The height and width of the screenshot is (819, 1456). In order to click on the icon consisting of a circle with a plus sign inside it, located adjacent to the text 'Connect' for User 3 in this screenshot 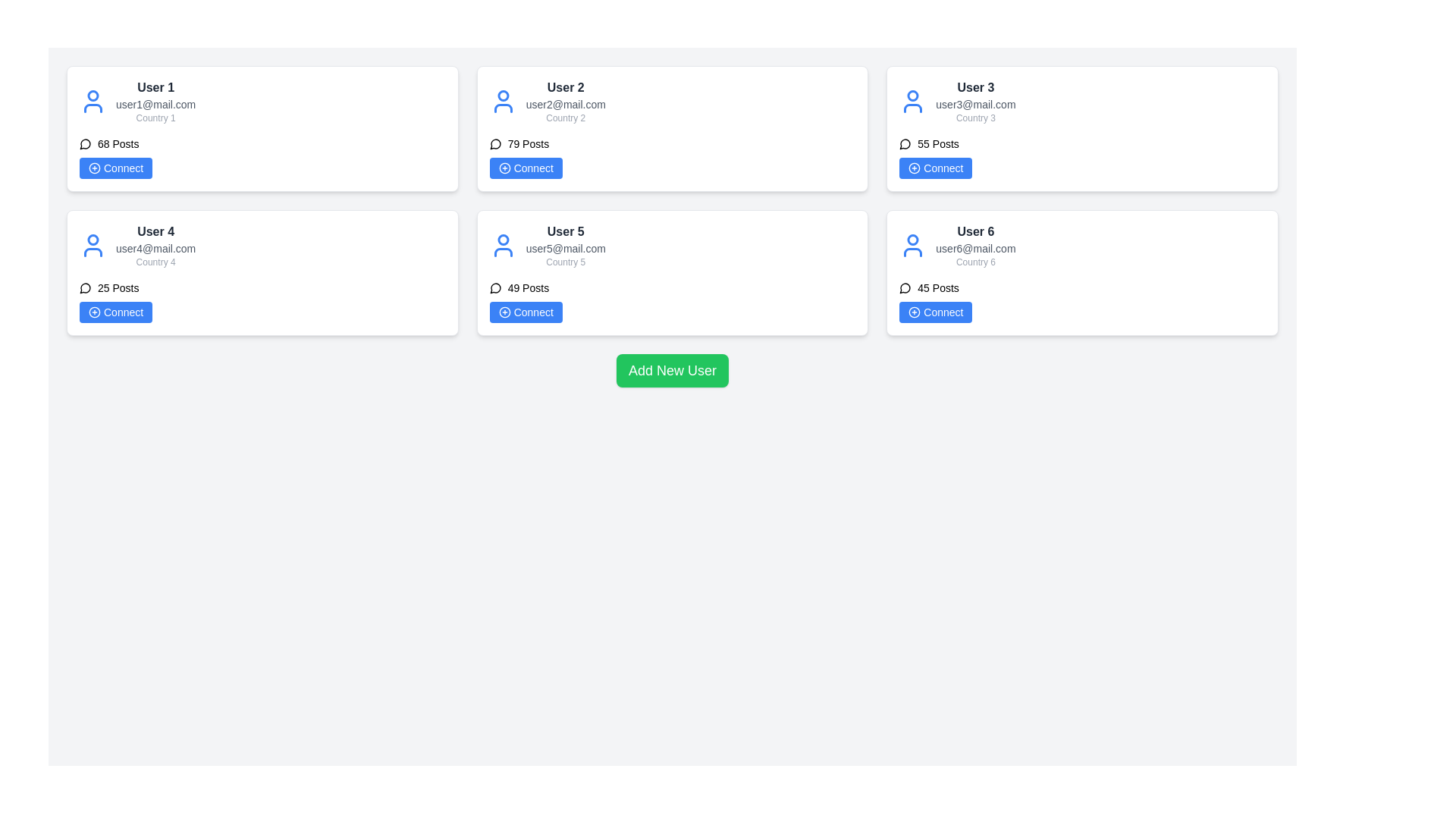, I will do `click(914, 168)`.